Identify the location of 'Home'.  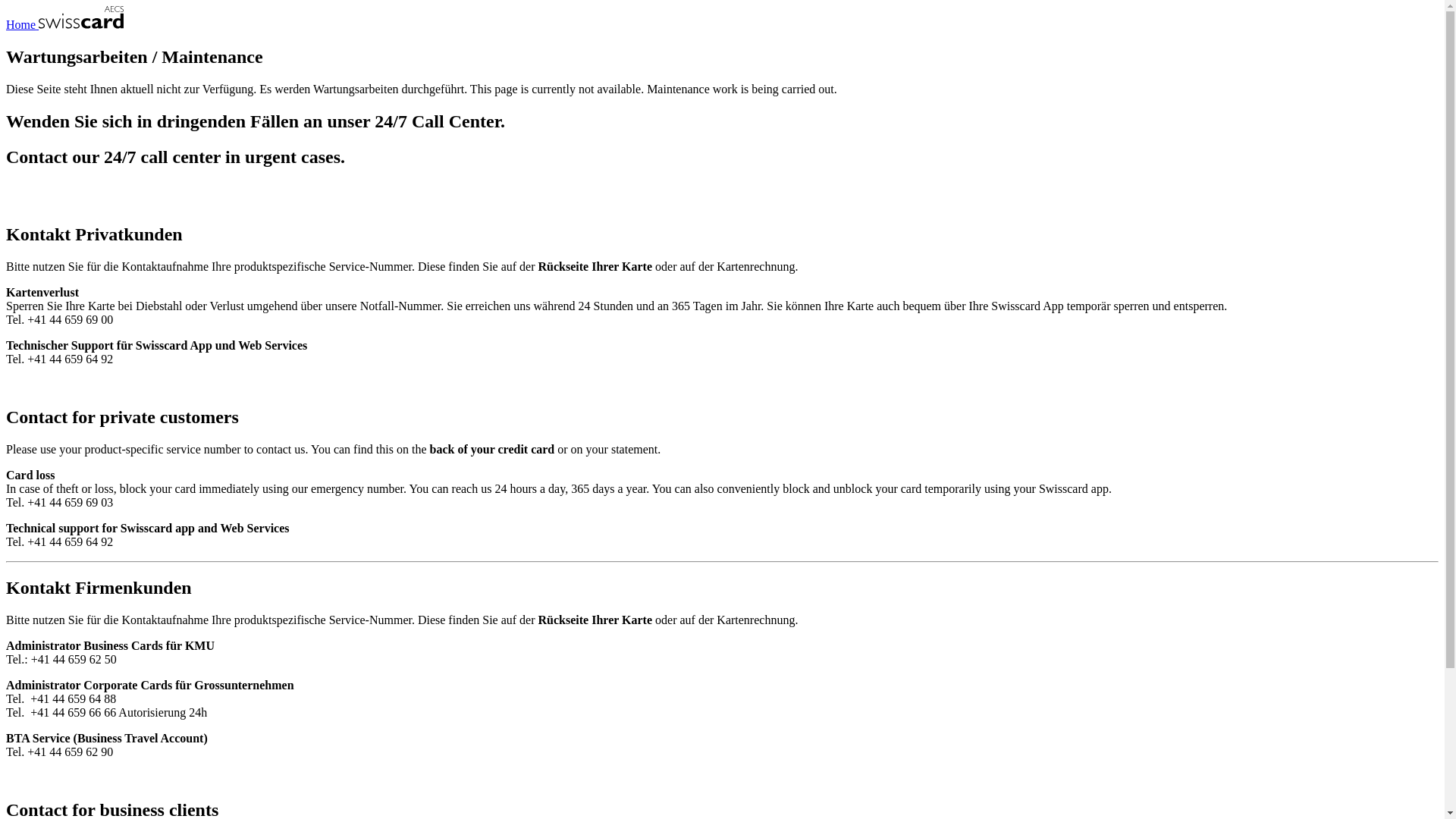
(6, 24).